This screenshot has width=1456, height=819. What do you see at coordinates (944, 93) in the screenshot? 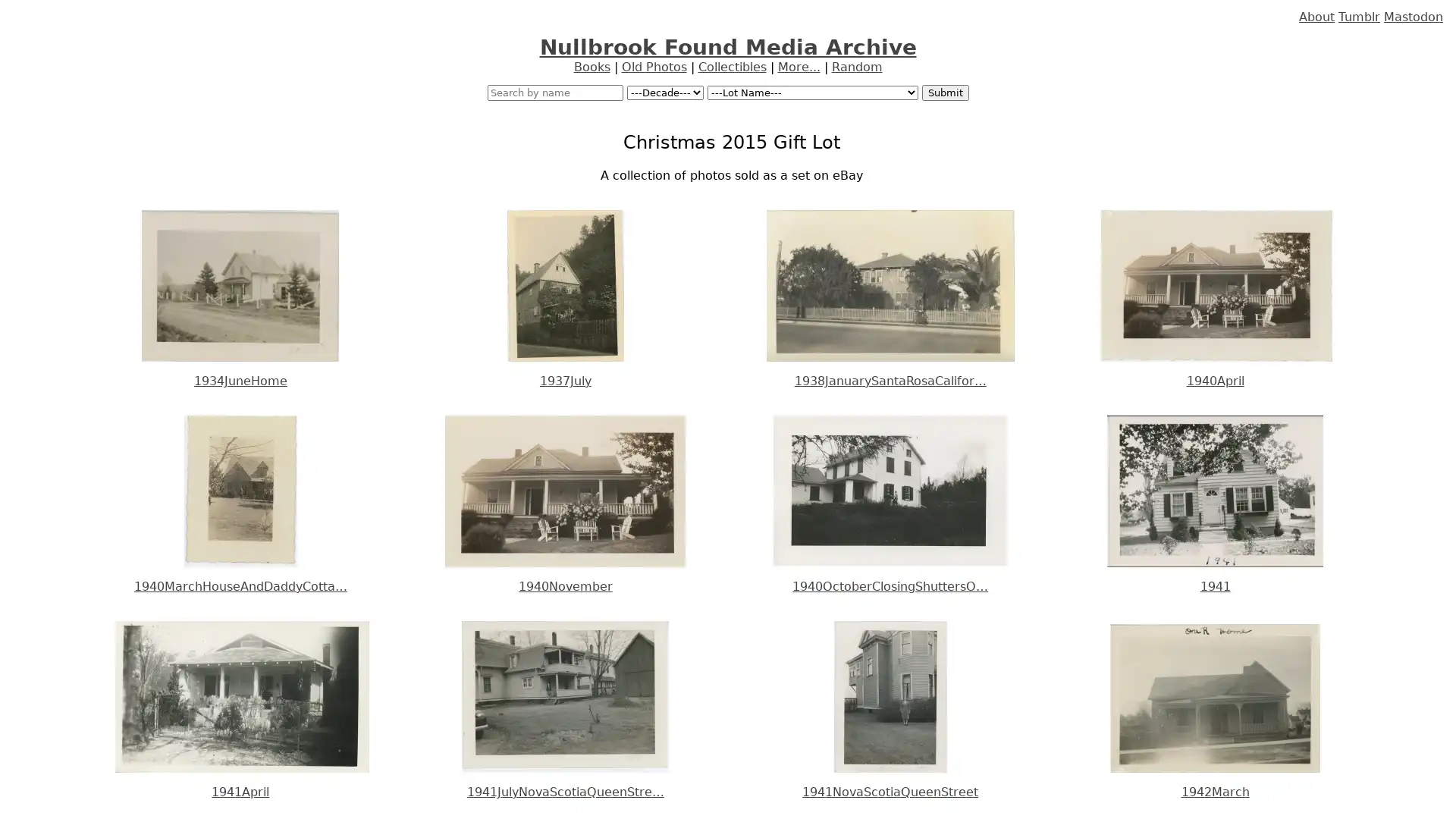
I see `Submit` at bounding box center [944, 93].